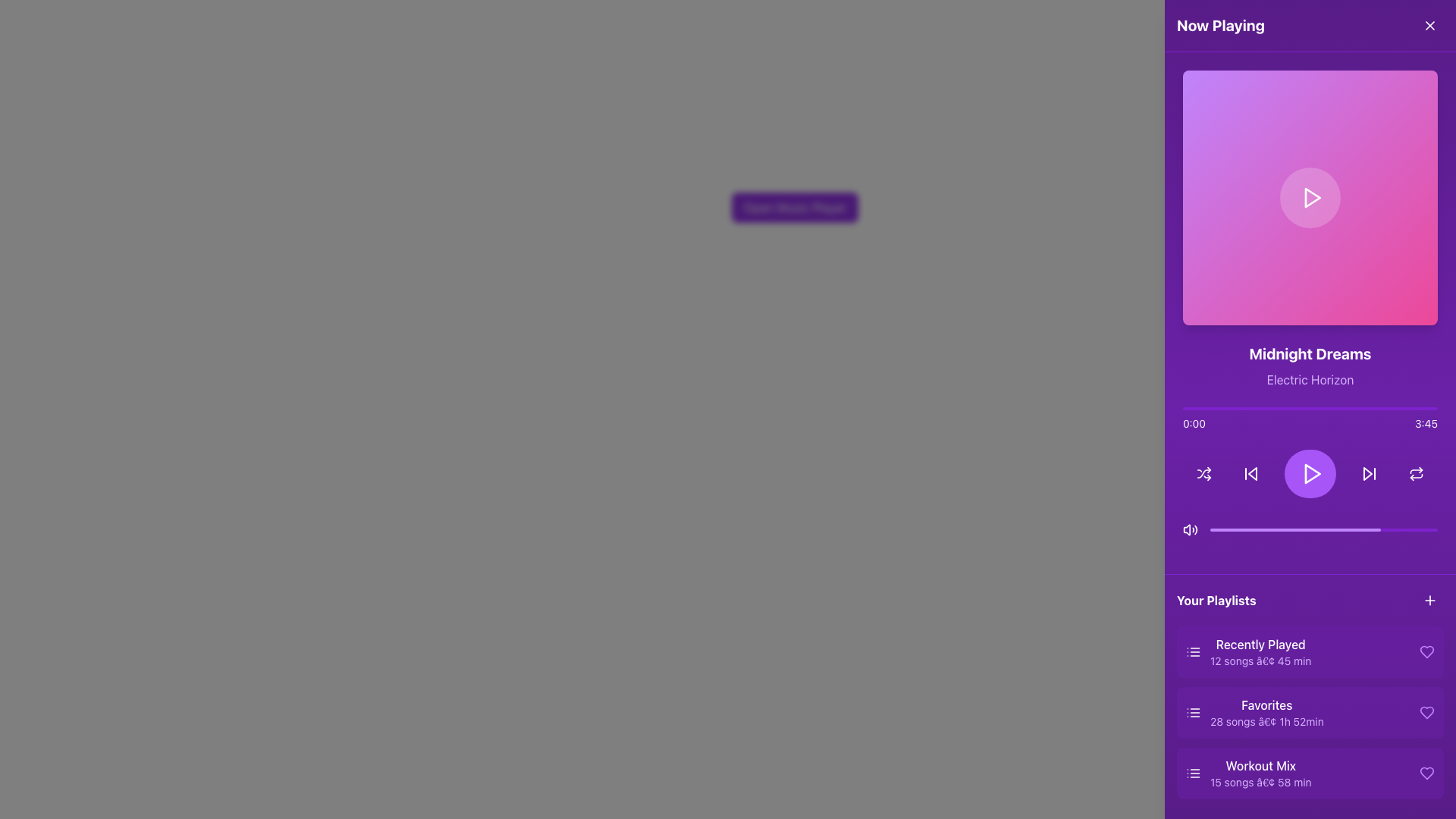  I want to click on the close button located at the top-right corner of the 'Now Playing' panel, so click(1429, 26).